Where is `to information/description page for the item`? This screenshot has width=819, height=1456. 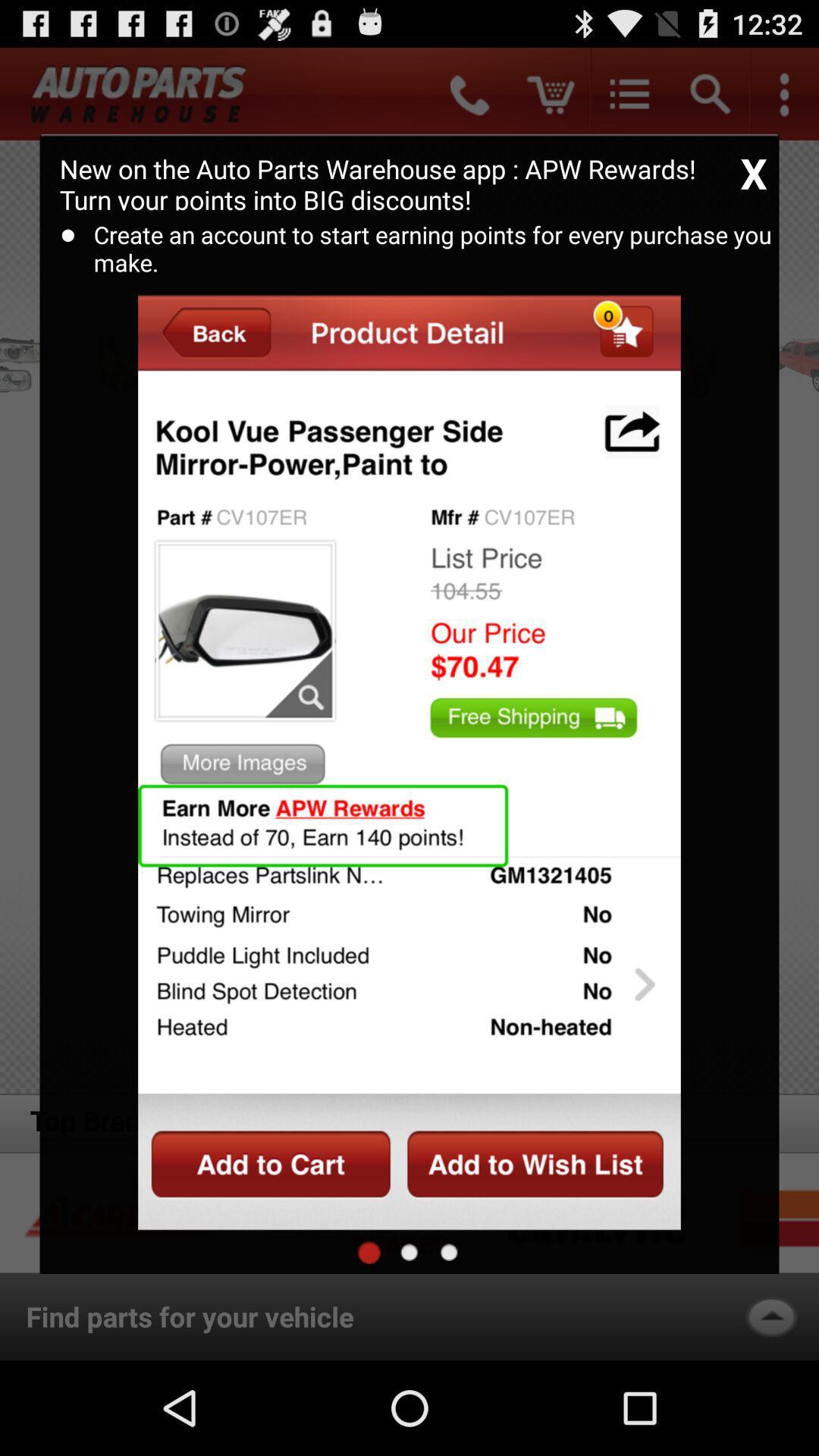 to information/description page for the item is located at coordinates (448, 1252).